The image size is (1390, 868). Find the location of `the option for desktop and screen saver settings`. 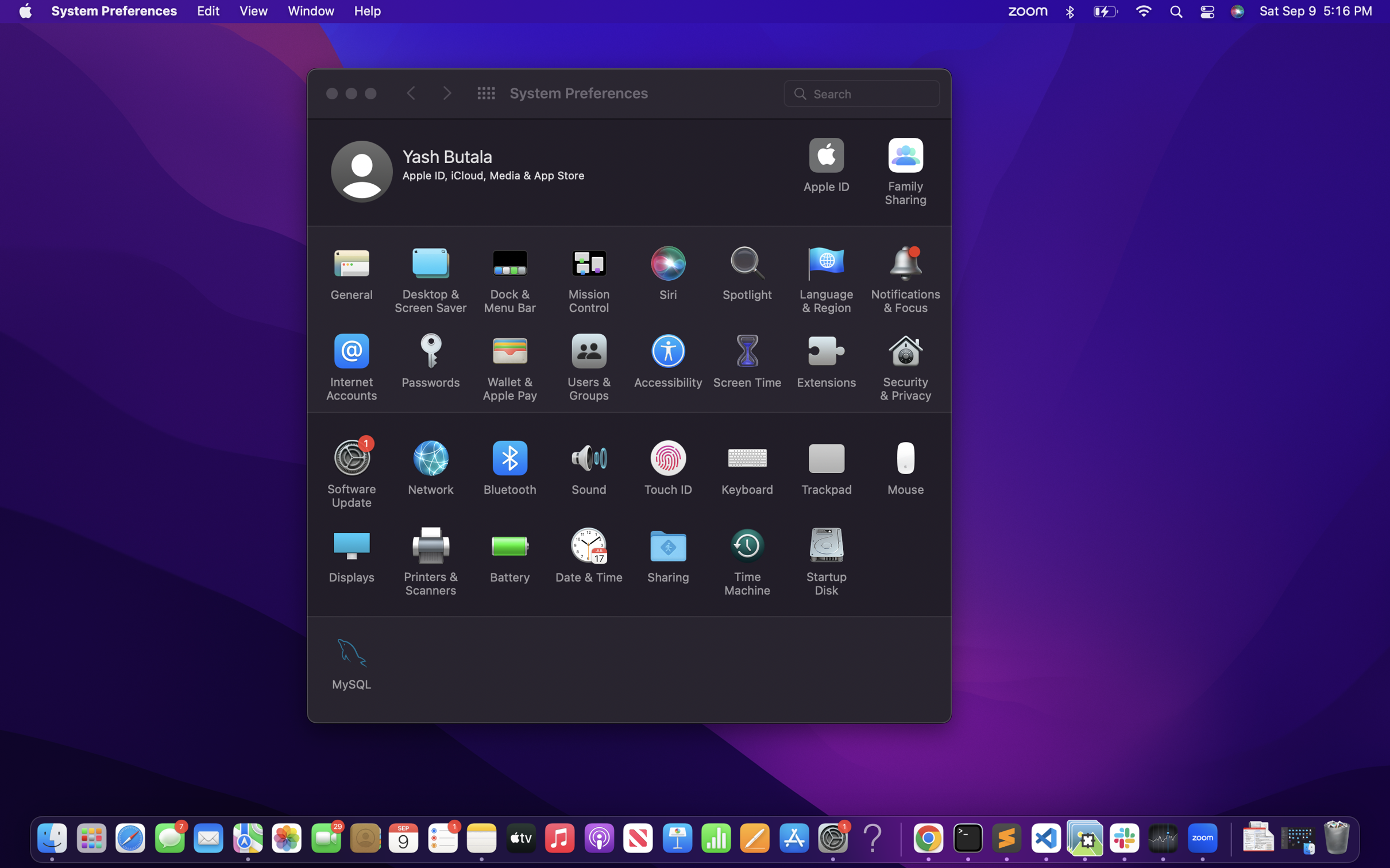

the option for desktop and screen saver settings is located at coordinates (431, 280).